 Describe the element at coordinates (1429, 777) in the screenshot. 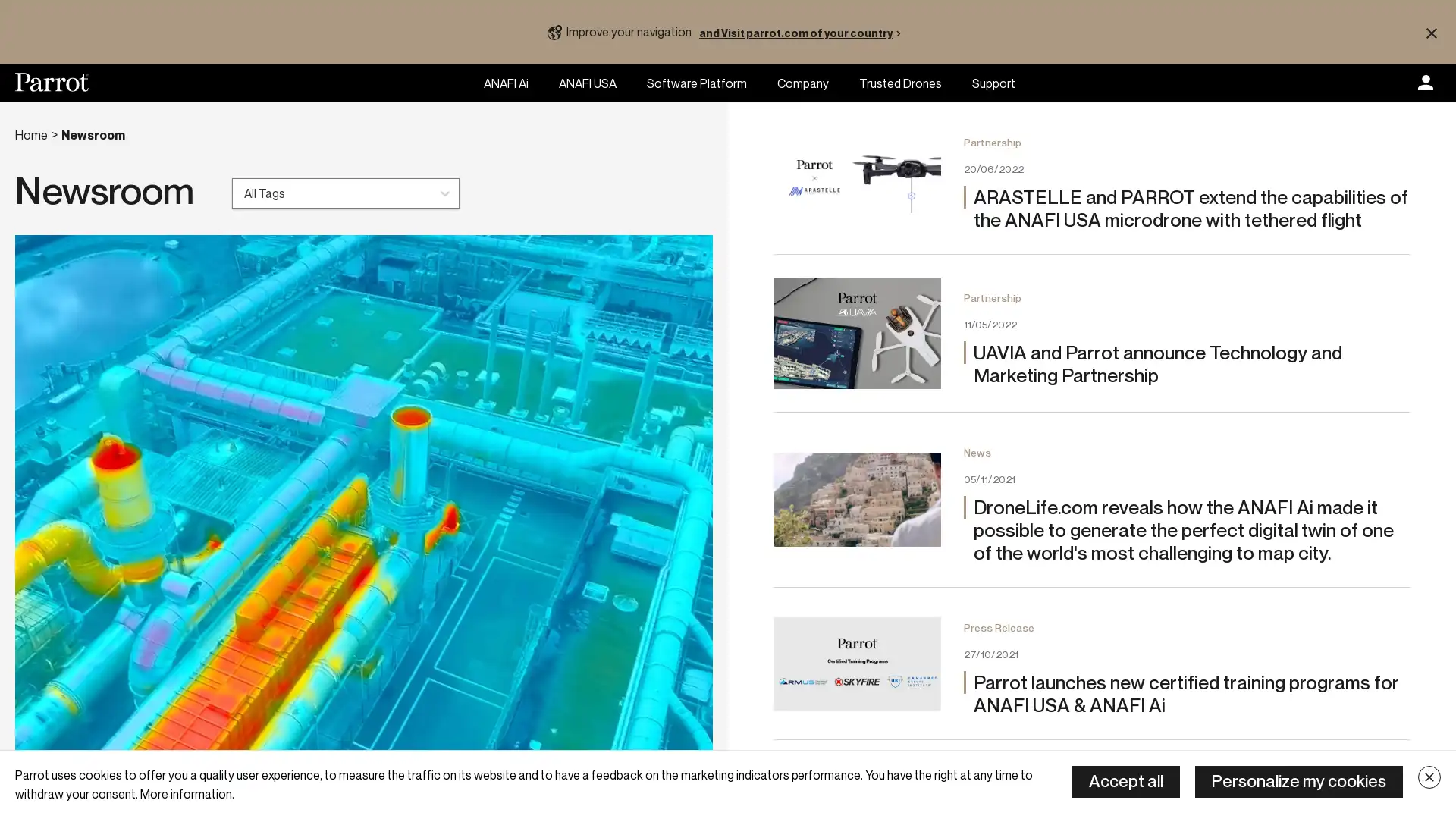

I see `close` at that location.